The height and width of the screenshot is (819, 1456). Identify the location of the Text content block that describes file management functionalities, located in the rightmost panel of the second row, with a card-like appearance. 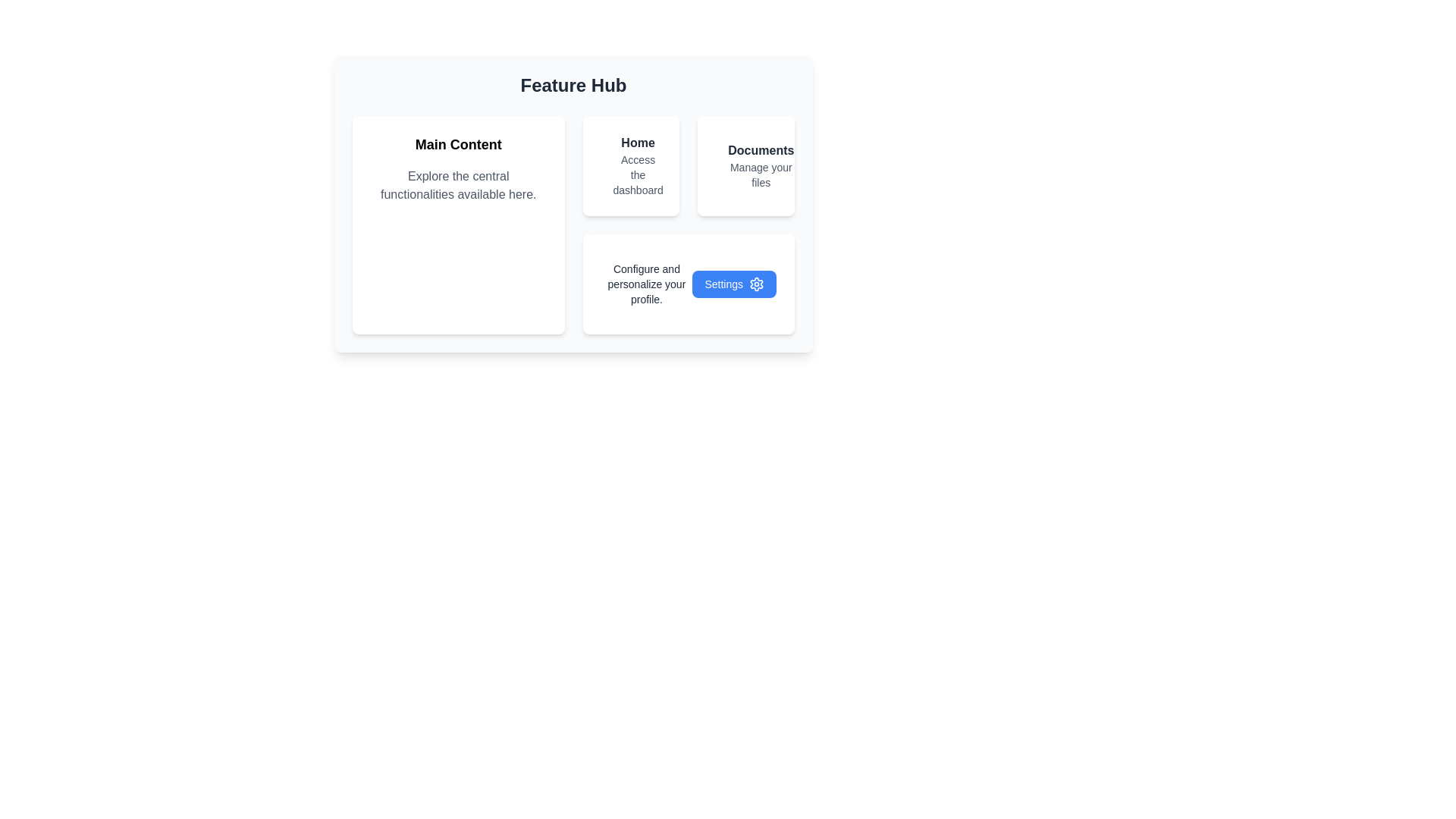
(761, 166).